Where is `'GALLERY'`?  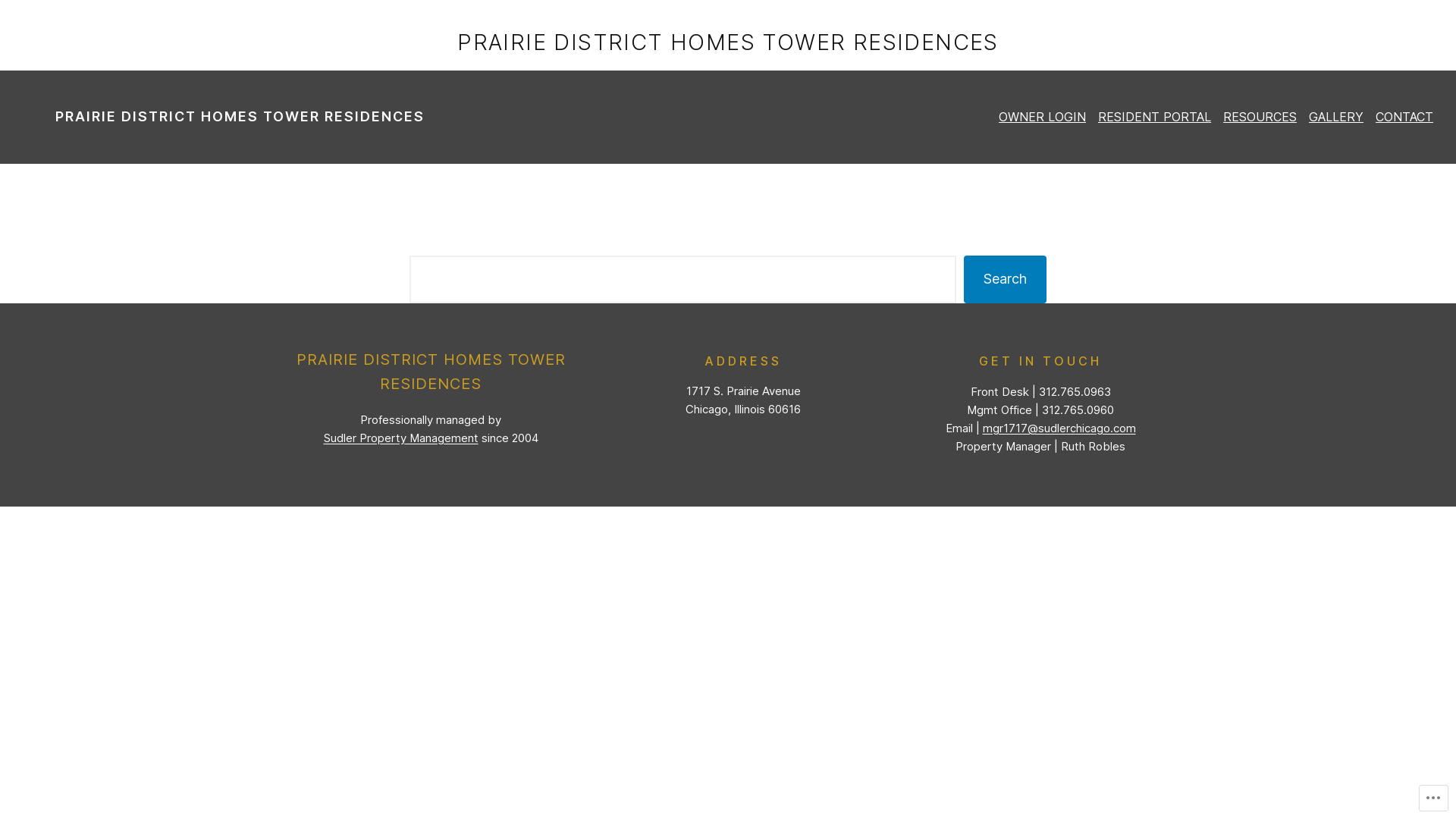
'GALLERY' is located at coordinates (1335, 116).